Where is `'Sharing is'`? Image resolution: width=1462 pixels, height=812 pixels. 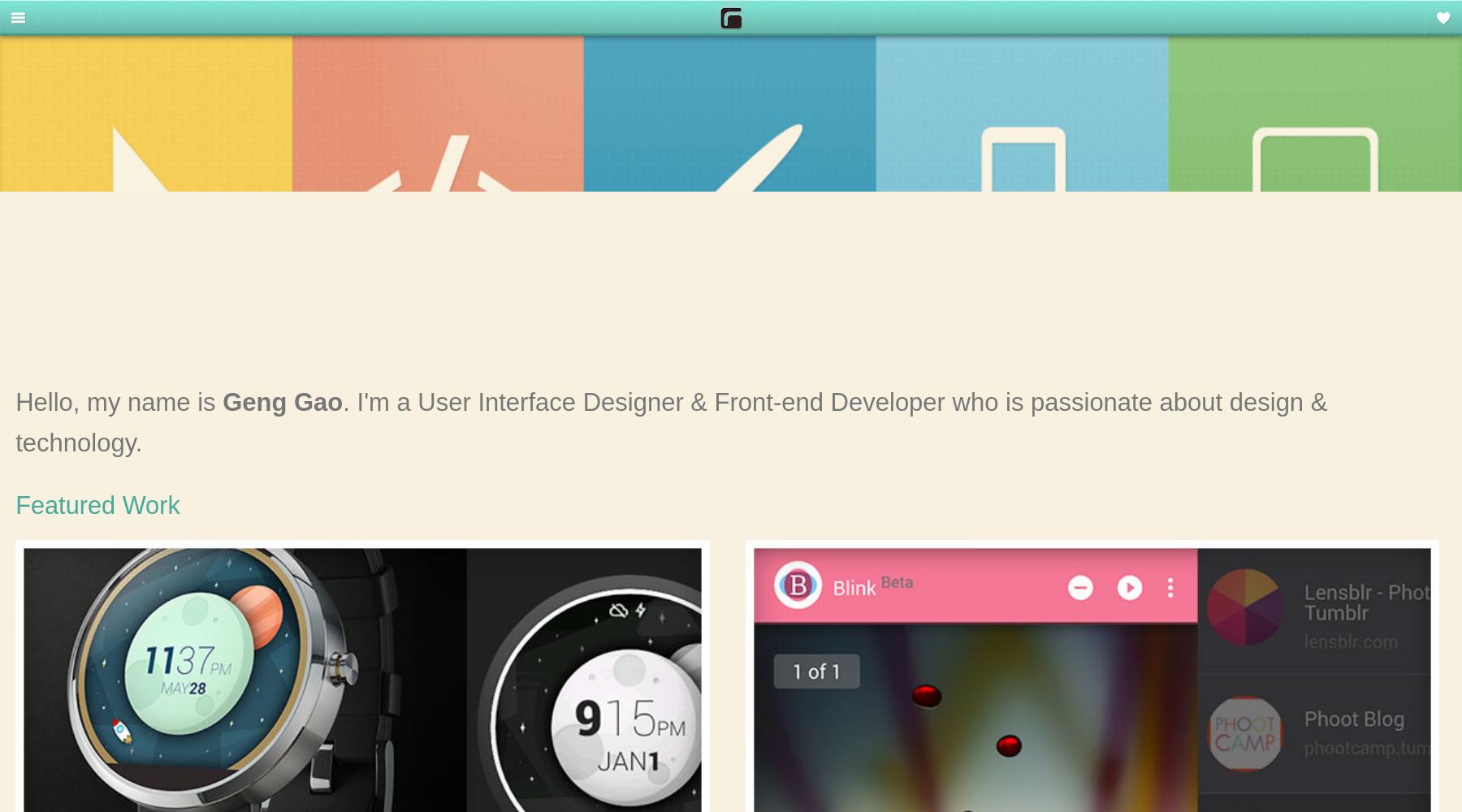 'Sharing is' is located at coordinates (1368, 25).